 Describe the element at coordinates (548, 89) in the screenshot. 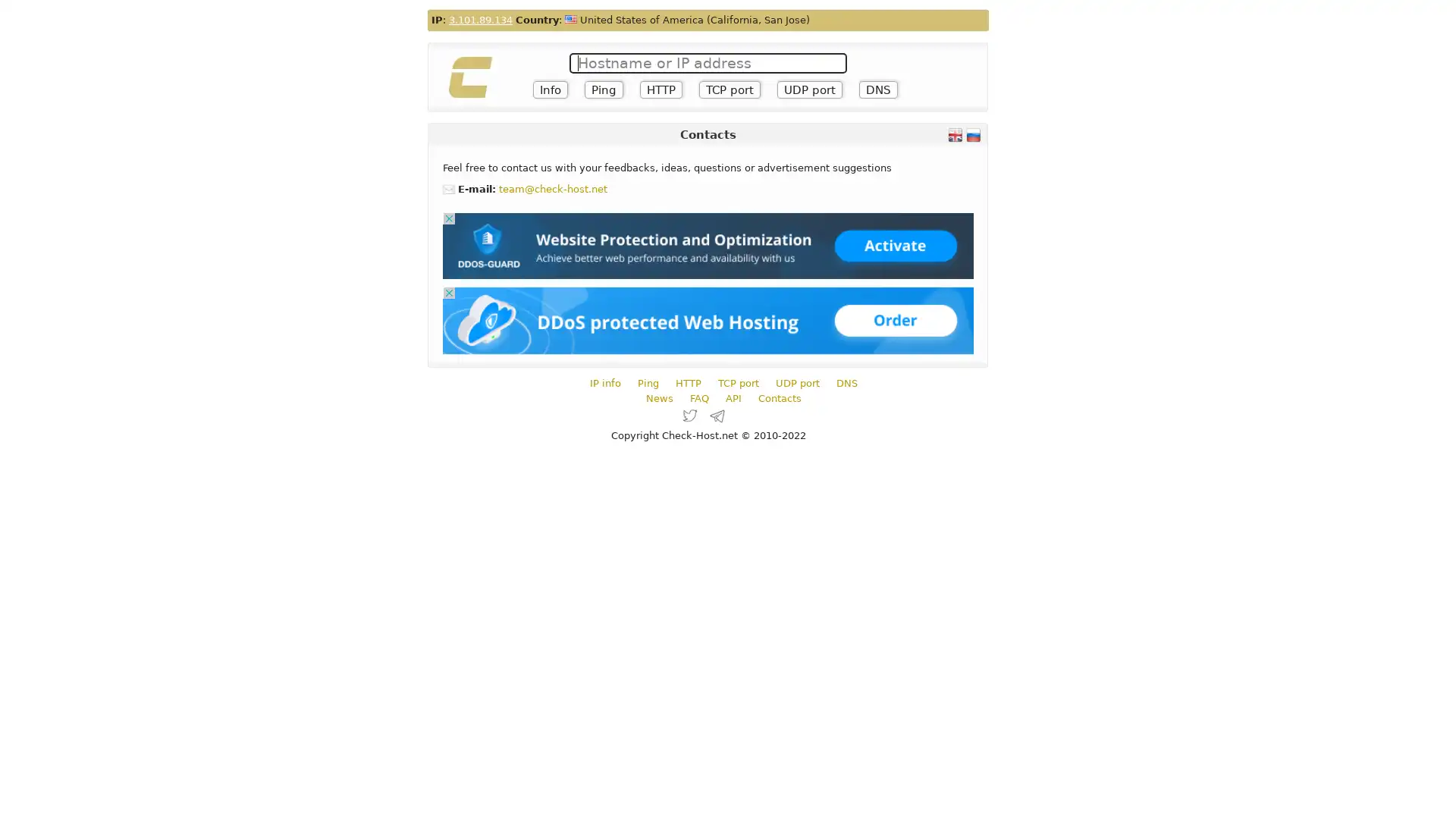

I see `Info` at that location.